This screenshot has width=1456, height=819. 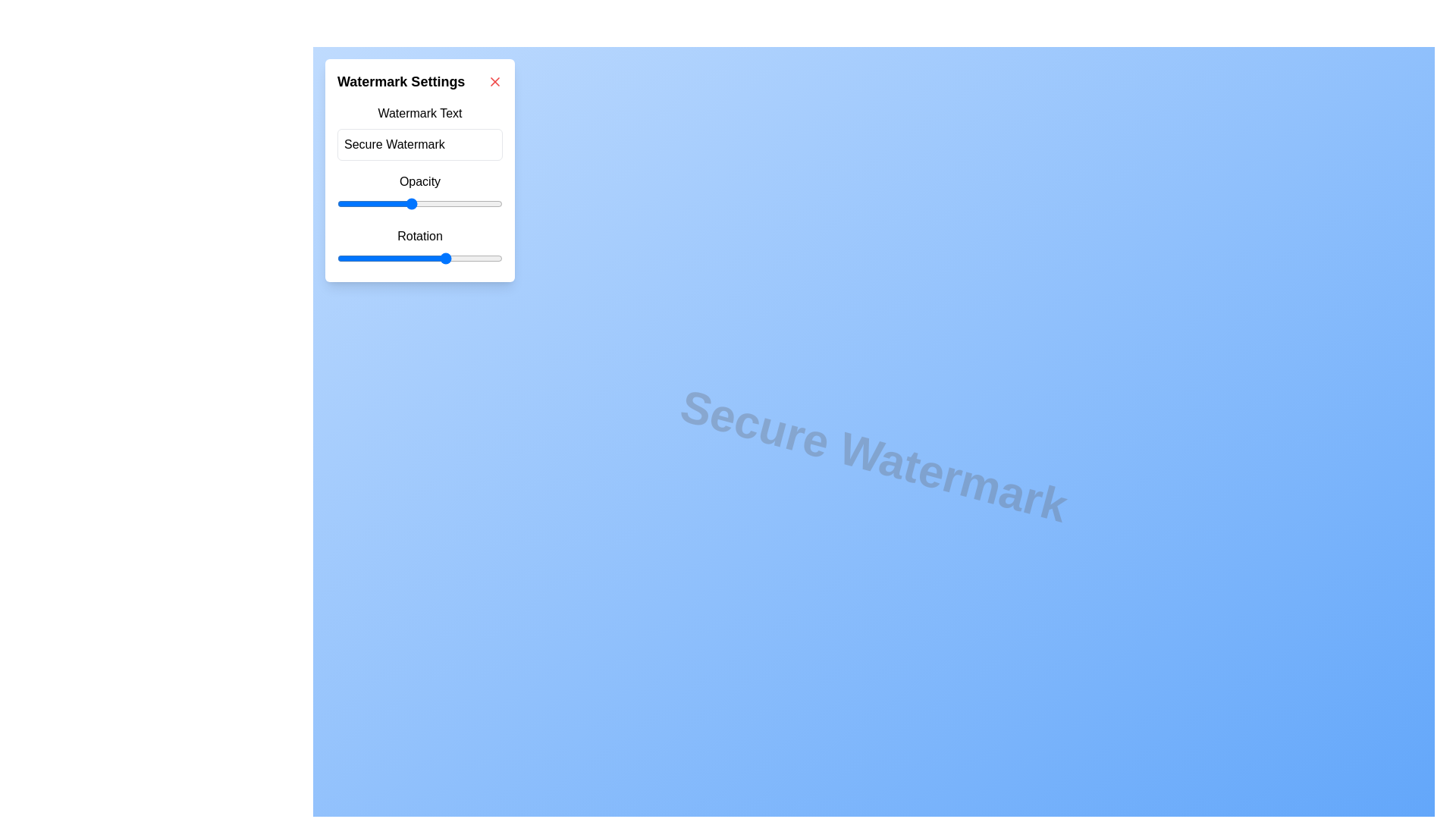 What do you see at coordinates (374, 257) in the screenshot?
I see `the rotation value` at bounding box center [374, 257].